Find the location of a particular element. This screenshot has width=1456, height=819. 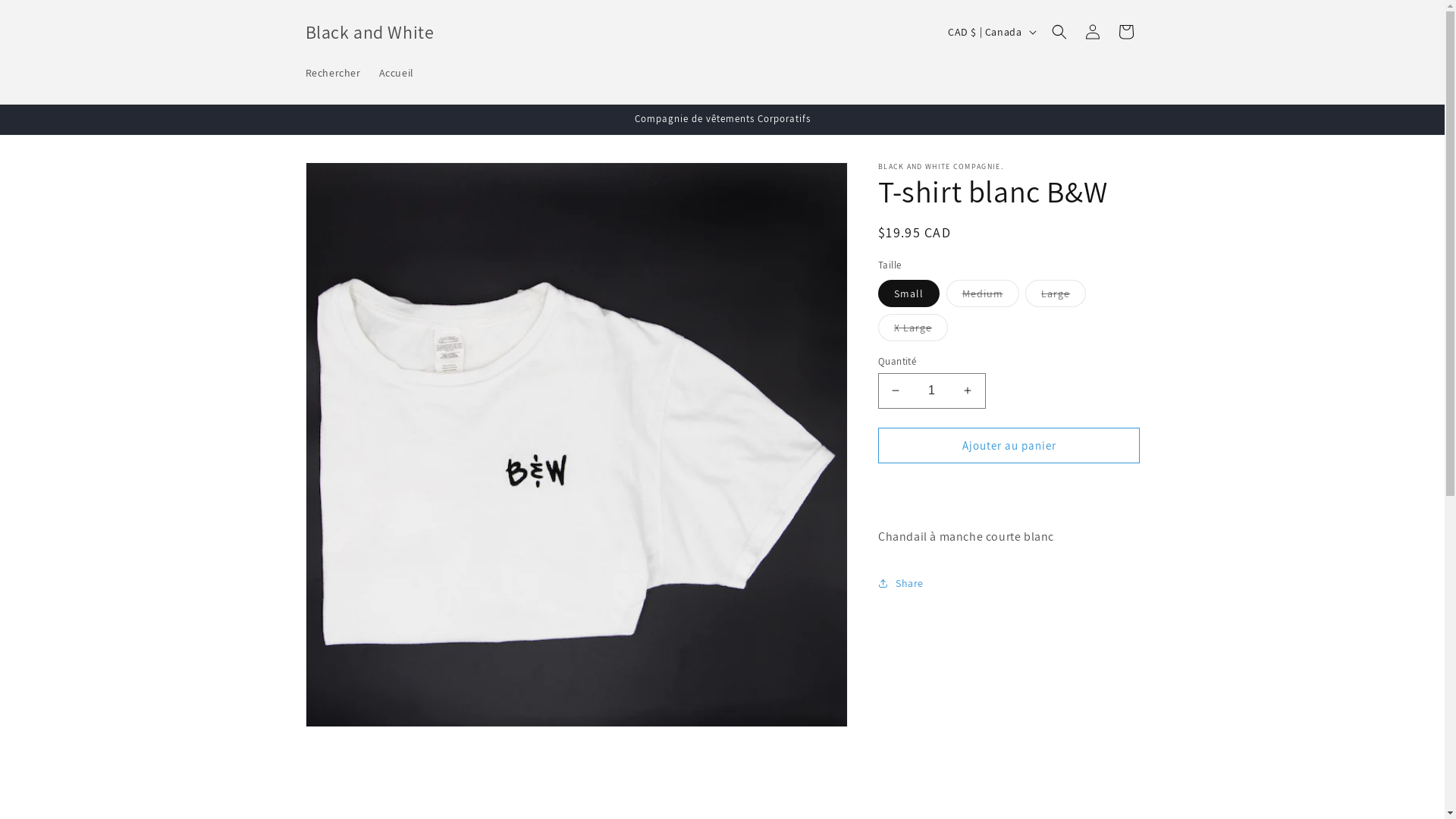

'CAD $ | Canada' is located at coordinates (990, 32).